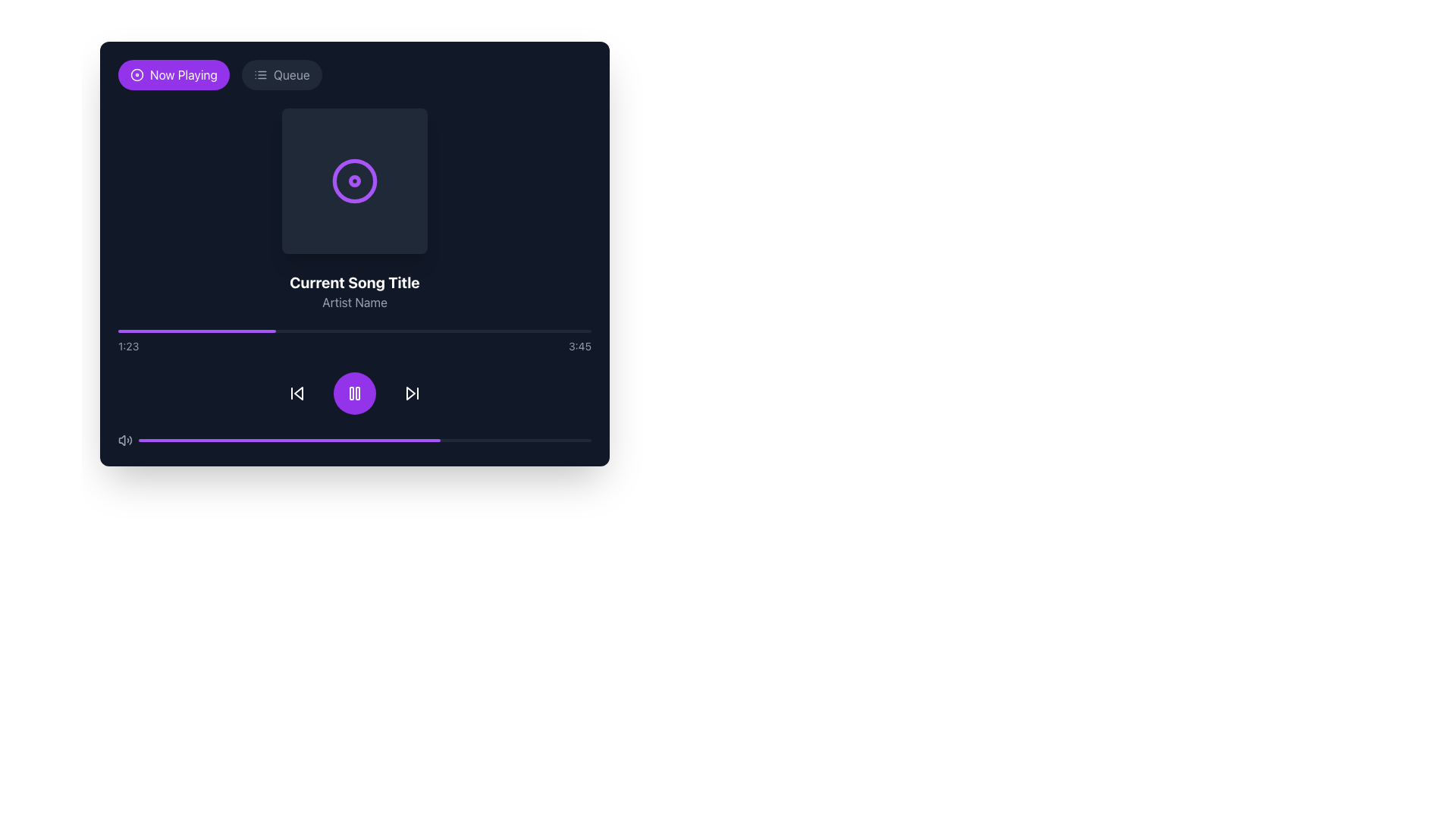  Describe the element at coordinates (411, 393) in the screenshot. I see `the triangular arrow icon located at the bottom center of the interface` at that location.